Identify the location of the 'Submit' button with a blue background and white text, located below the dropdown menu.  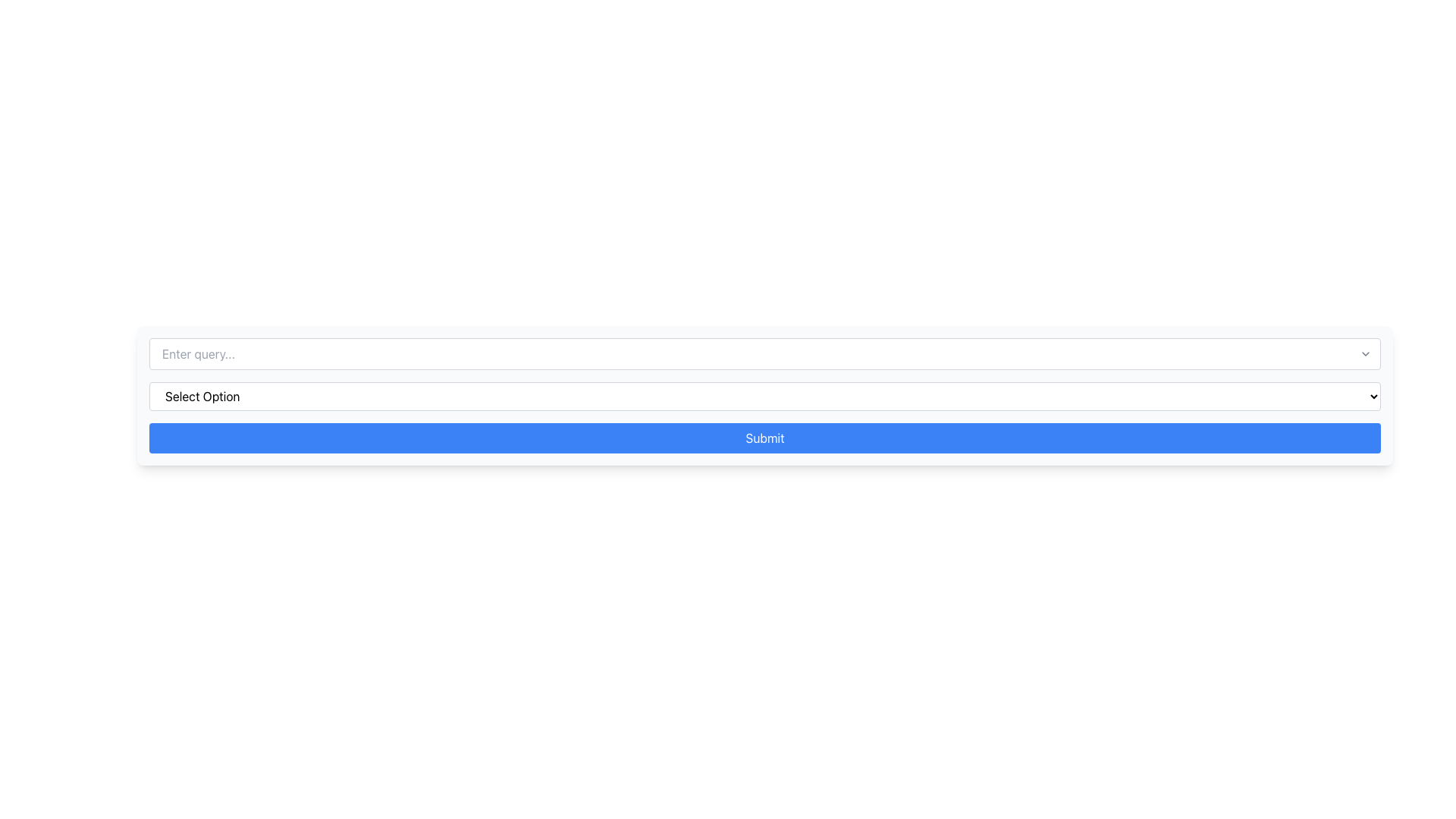
(764, 438).